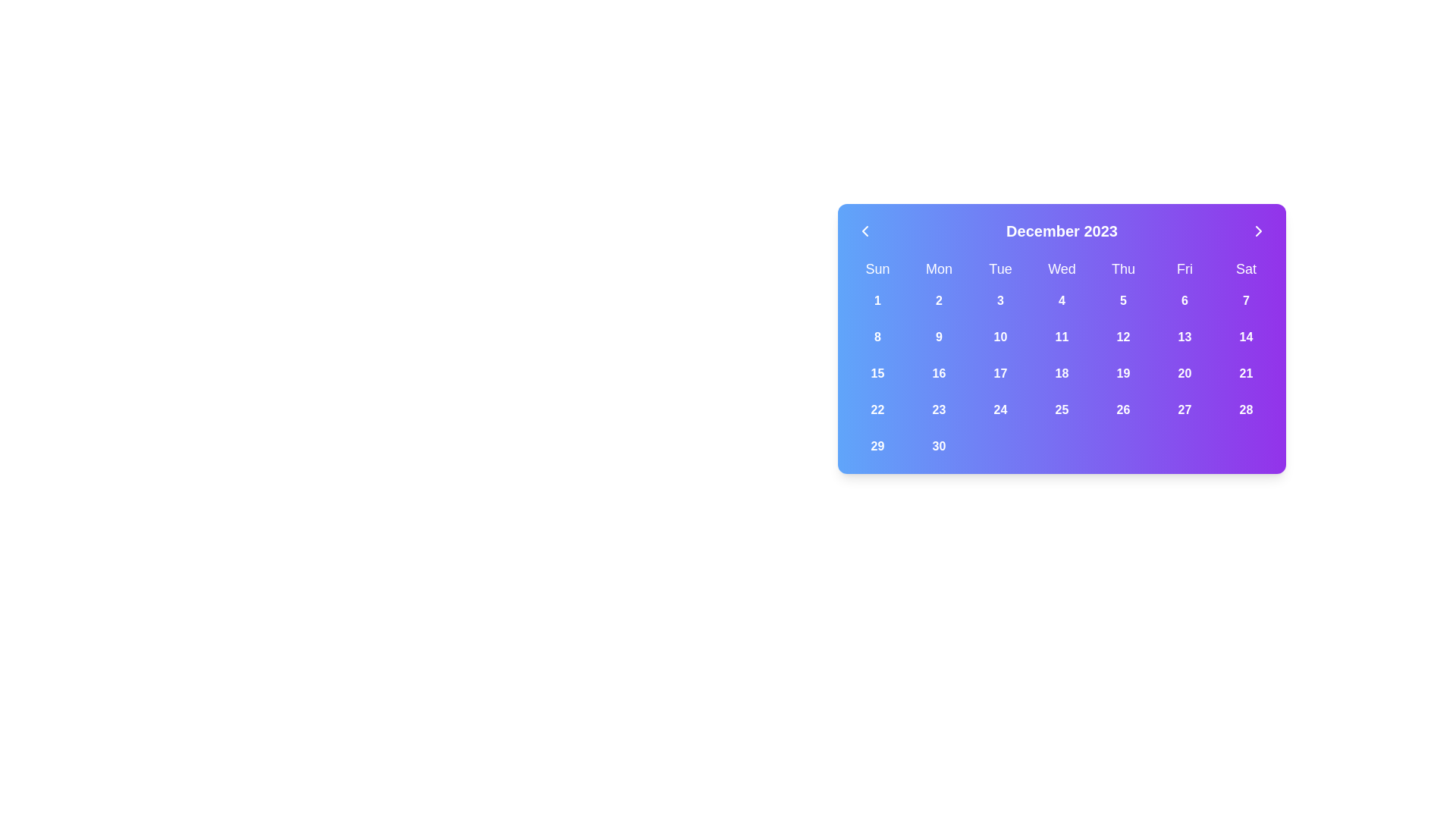  What do you see at coordinates (1123, 268) in the screenshot?
I see `the Thursday text label in the calendar interface, which is the fifth label in the row for the days of the week` at bounding box center [1123, 268].